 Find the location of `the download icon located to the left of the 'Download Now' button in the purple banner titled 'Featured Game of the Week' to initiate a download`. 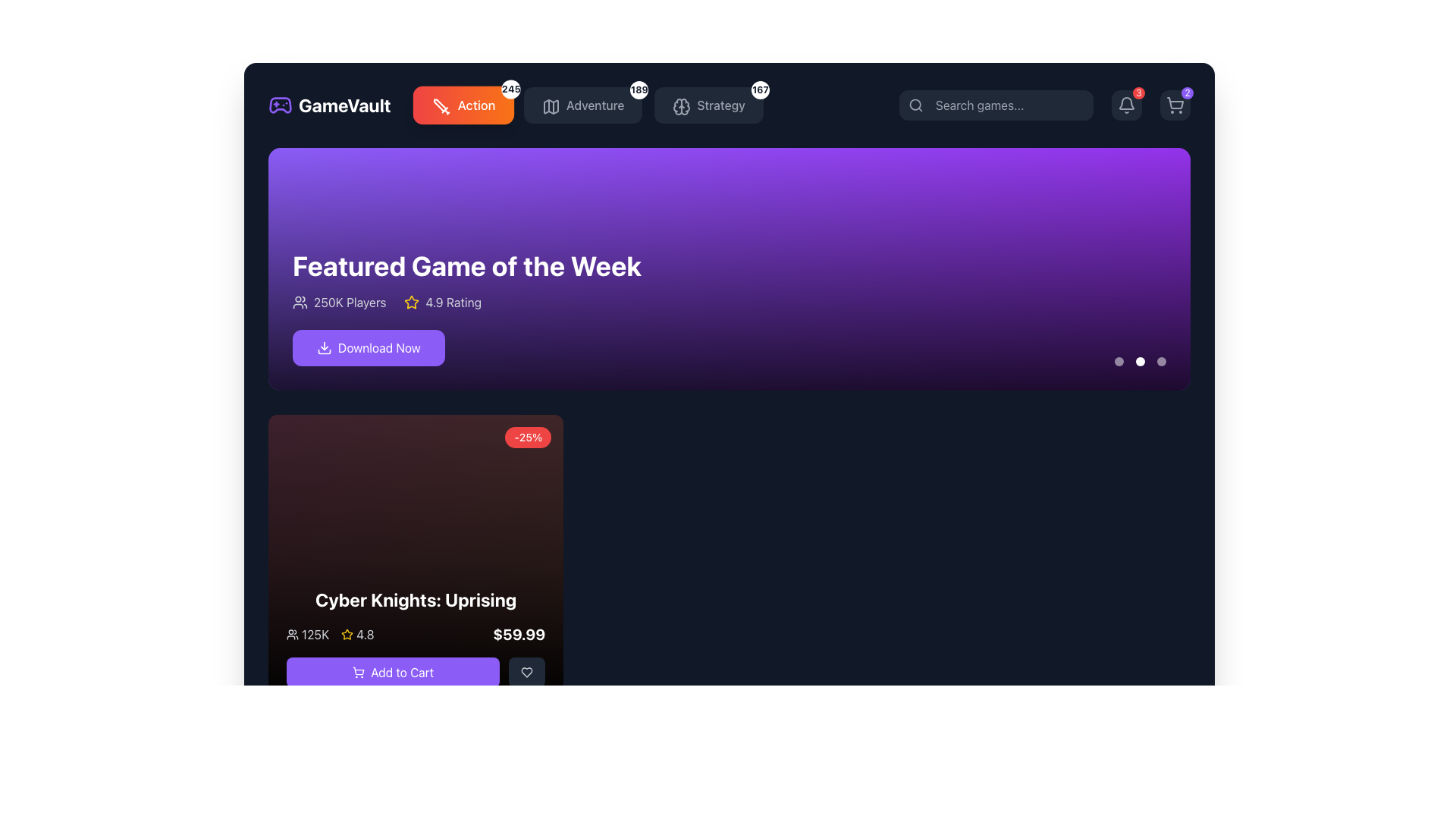

the download icon located to the left of the 'Download Now' button in the purple banner titled 'Featured Game of the Week' to initiate a download is located at coordinates (323, 348).